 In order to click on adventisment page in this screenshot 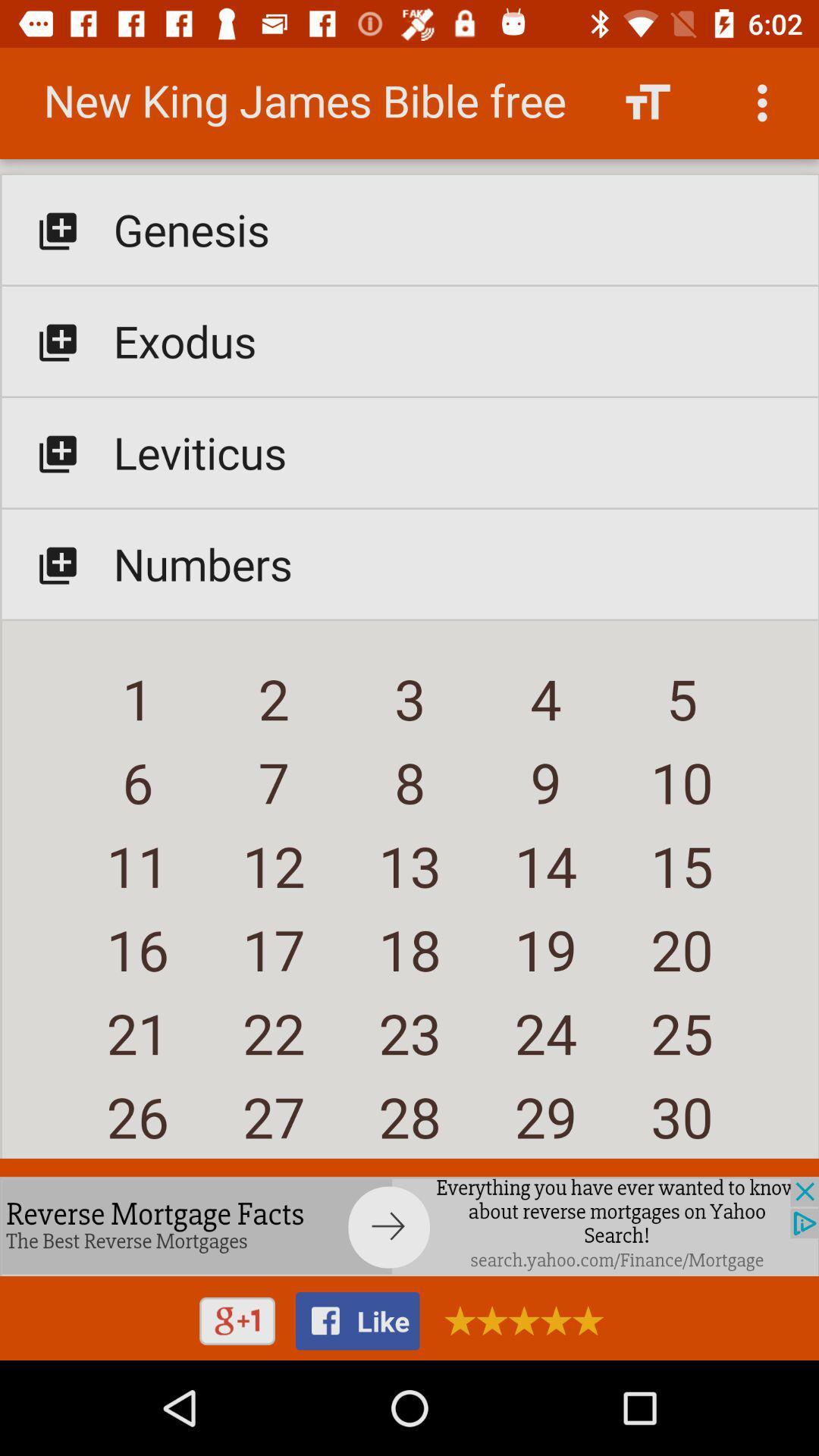, I will do `click(409, 1226)`.